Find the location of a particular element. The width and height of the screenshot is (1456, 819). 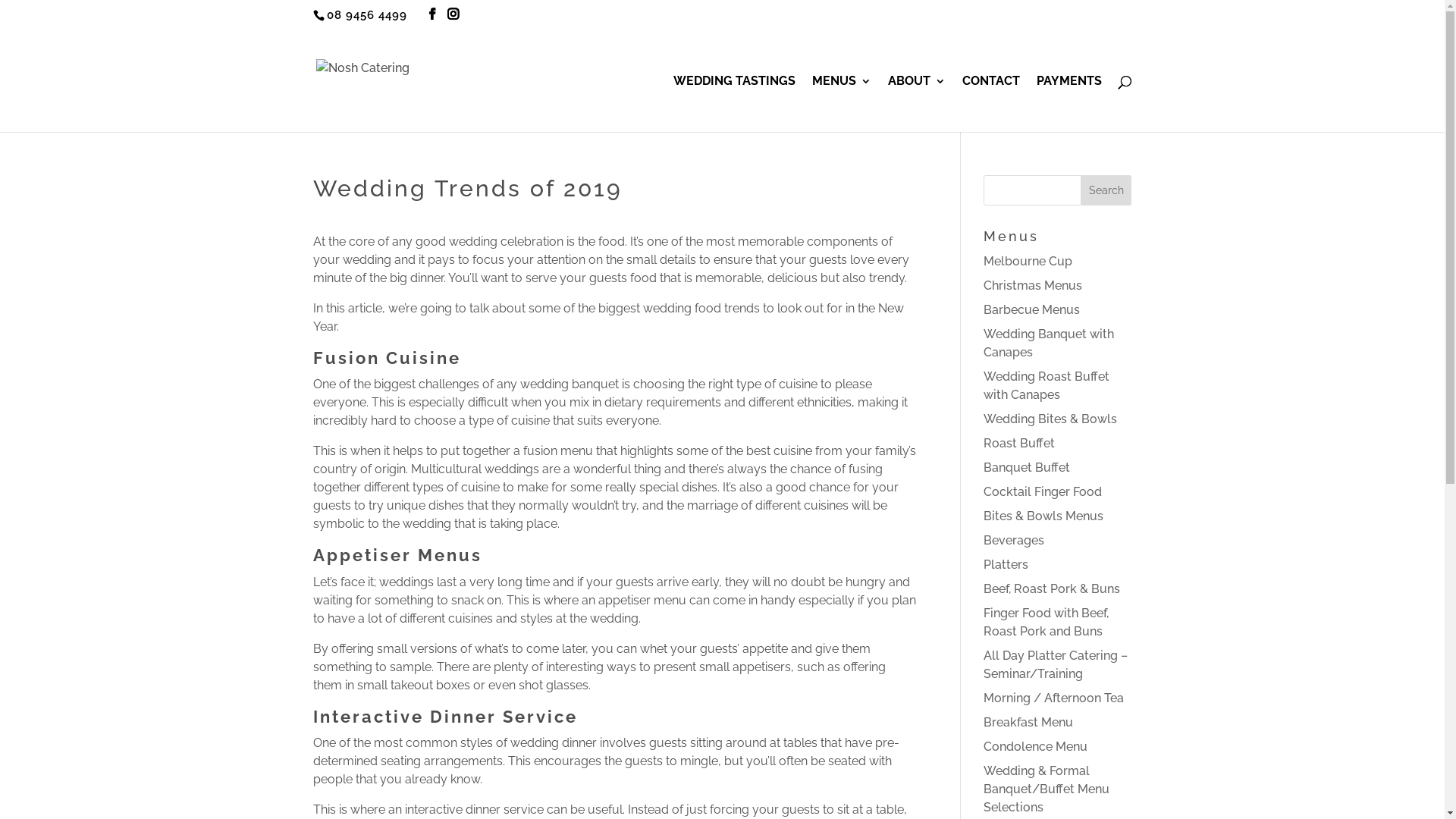

'Wedding & Formal Banquet/Buffet Menu Selections' is located at coordinates (1046, 788).